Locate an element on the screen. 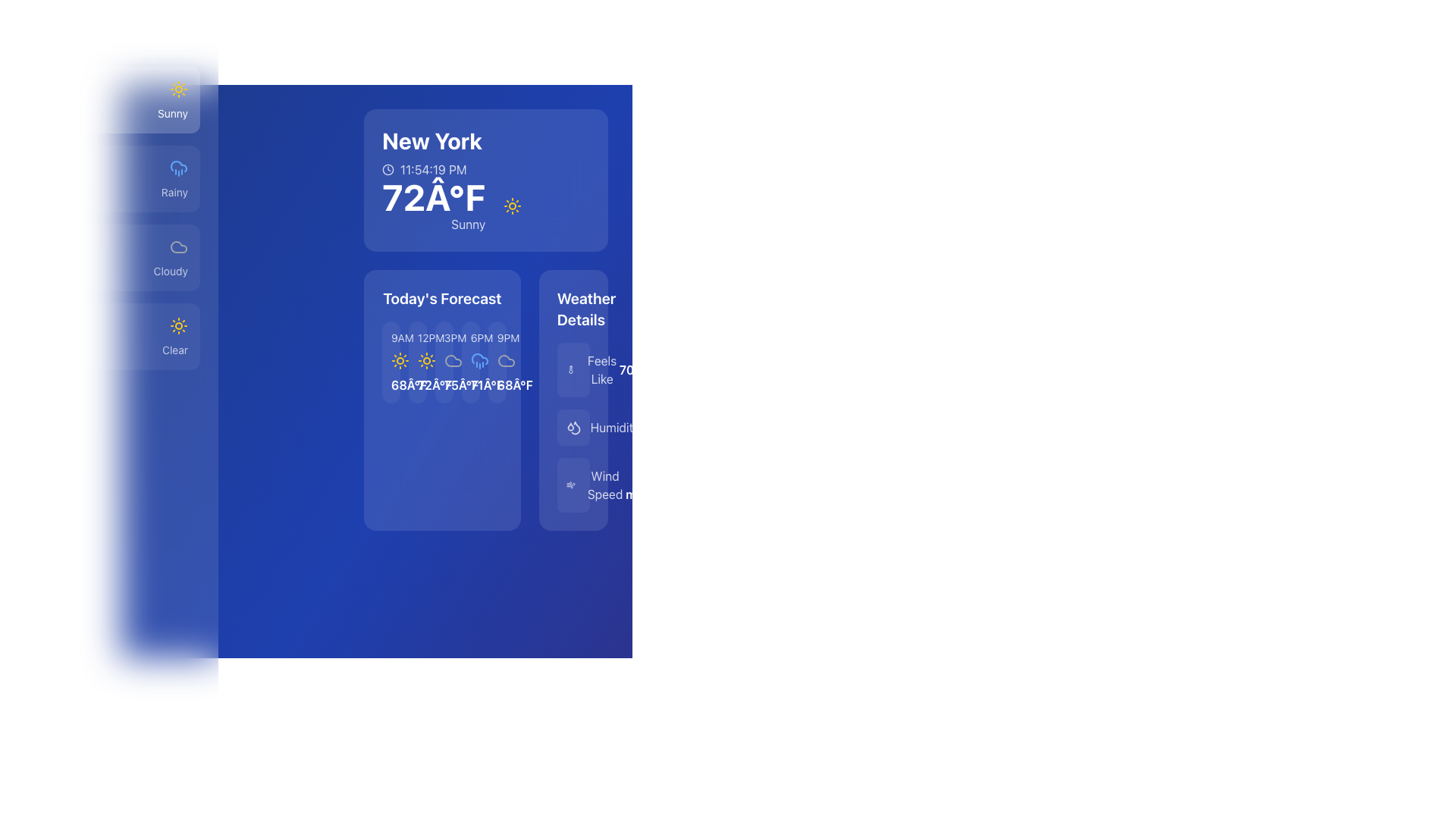  the wind speed information displayed in the Information Display Block located in the Weather Details section, positioned third after 'Feels Like' and 'Humidity' is located at coordinates (573, 485).